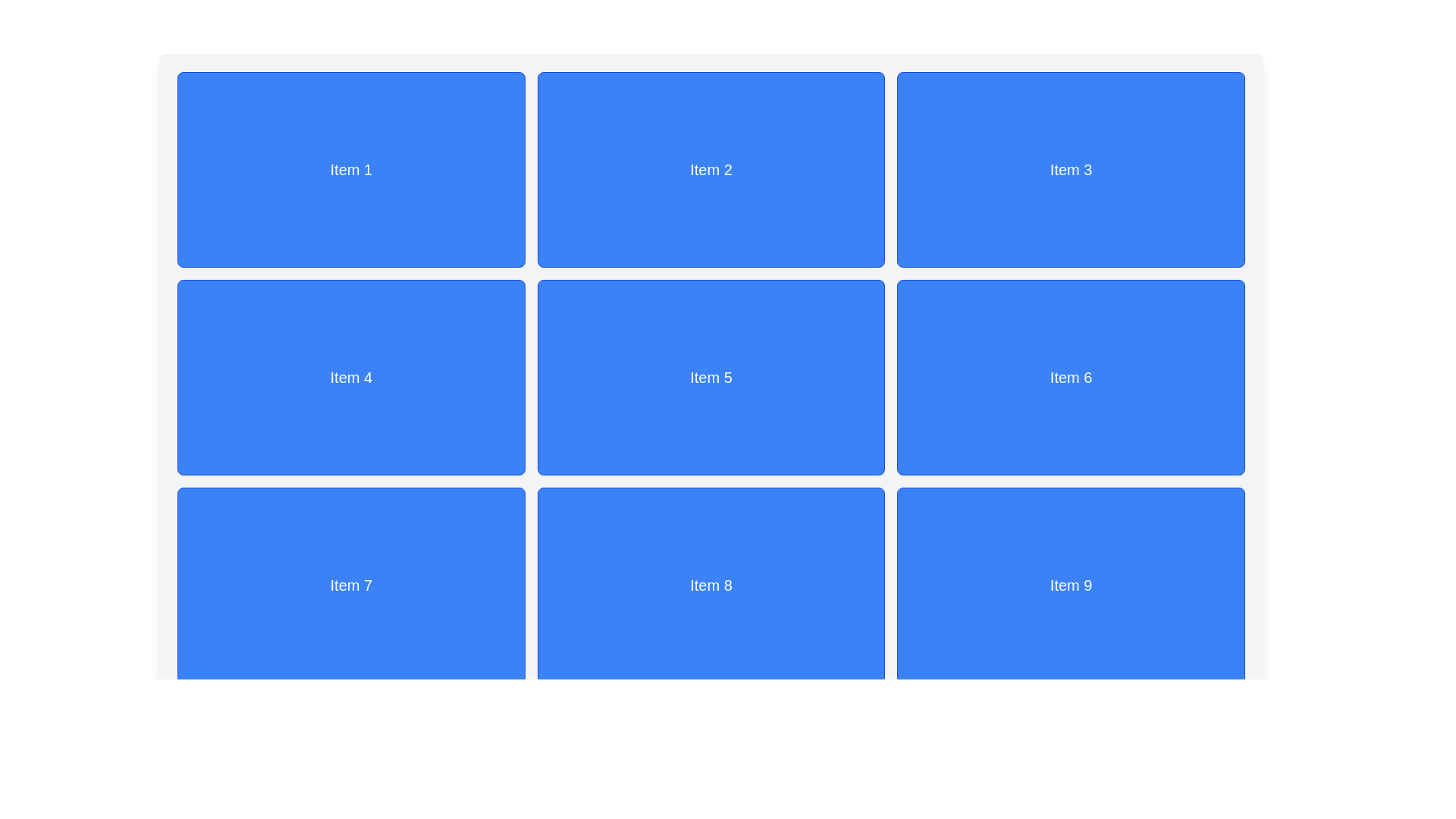 Image resolution: width=1456 pixels, height=819 pixels. I want to click on the Grid item with a blue background and white centered text reading 'Item 6', located in the second row and third column of a 3x3 grid layout, so click(1070, 376).